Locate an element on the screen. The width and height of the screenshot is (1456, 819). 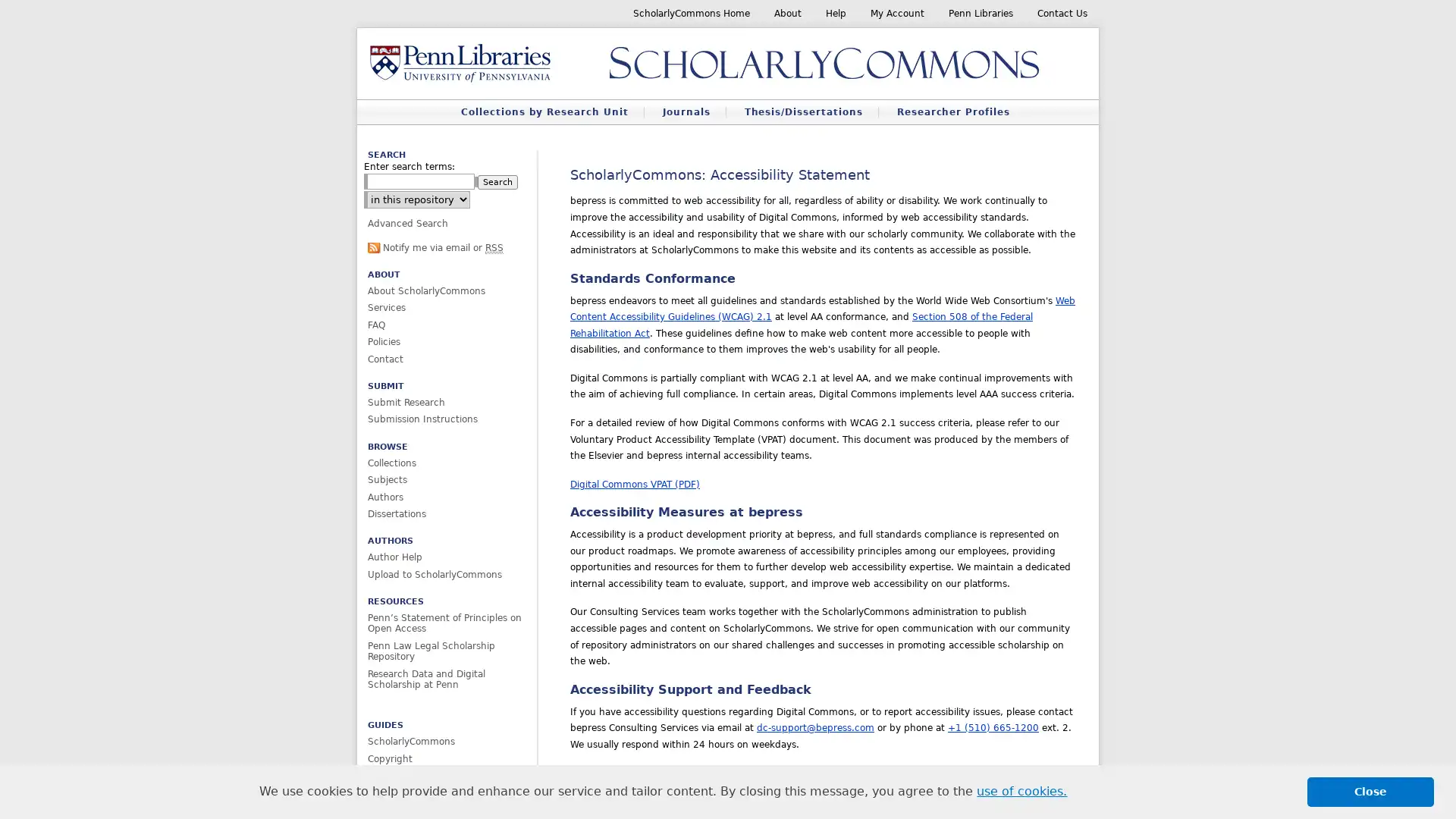
learn more about cookies is located at coordinates (1021, 791).